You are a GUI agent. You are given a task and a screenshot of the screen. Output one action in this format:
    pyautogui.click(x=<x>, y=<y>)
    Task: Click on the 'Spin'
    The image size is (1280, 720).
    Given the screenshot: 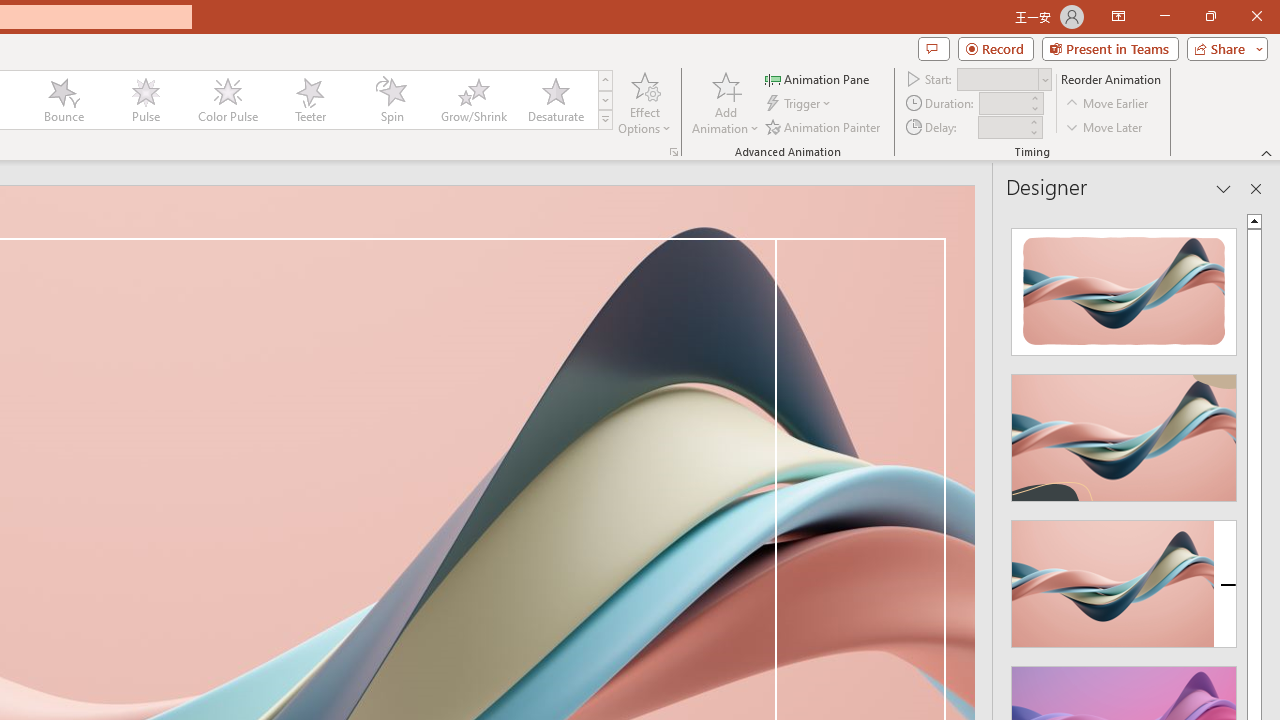 What is the action you would take?
    pyautogui.click(x=391, y=100)
    